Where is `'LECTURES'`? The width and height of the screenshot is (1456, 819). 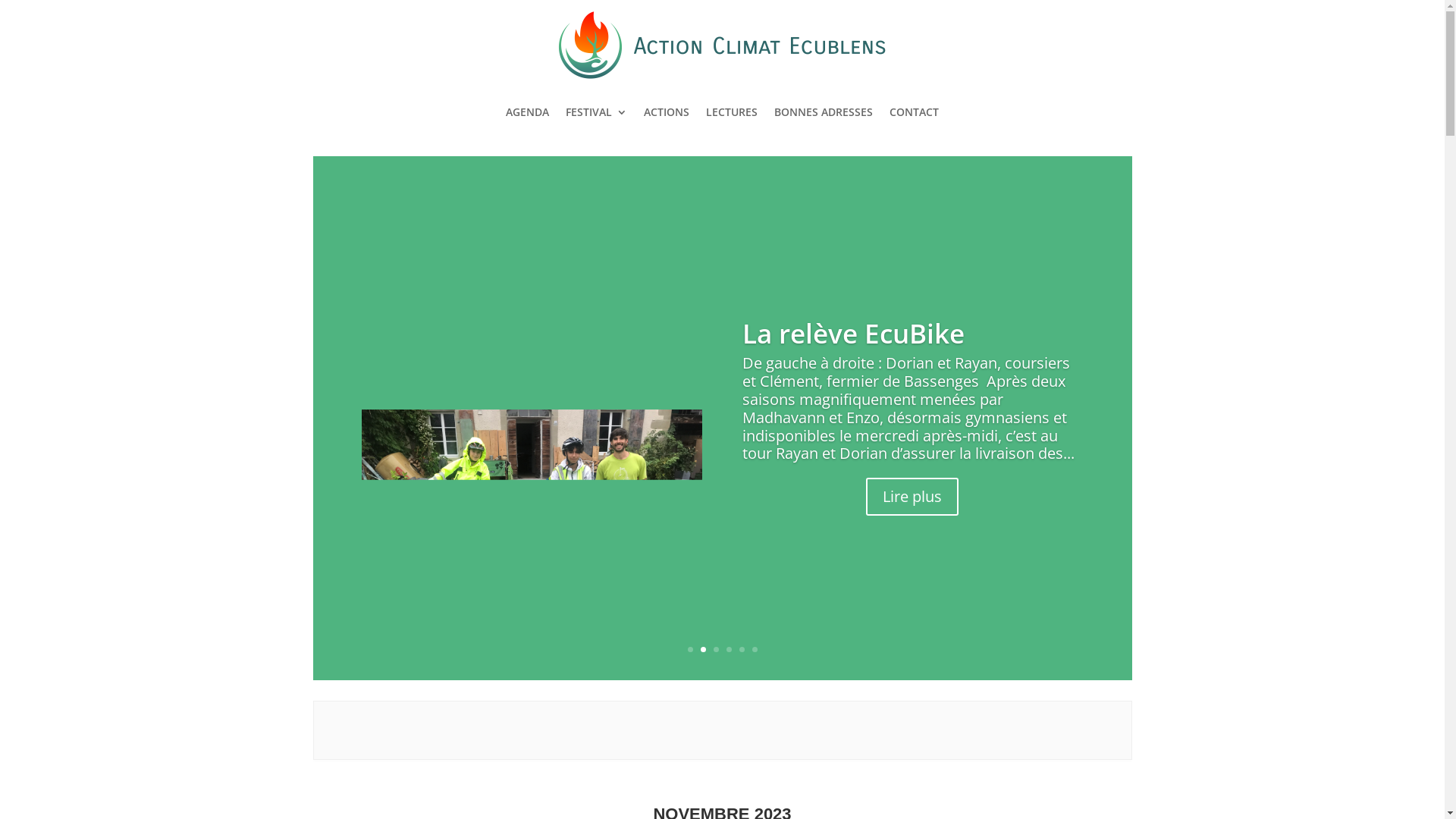
'LECTURES' is located at coordinates (731, 111).